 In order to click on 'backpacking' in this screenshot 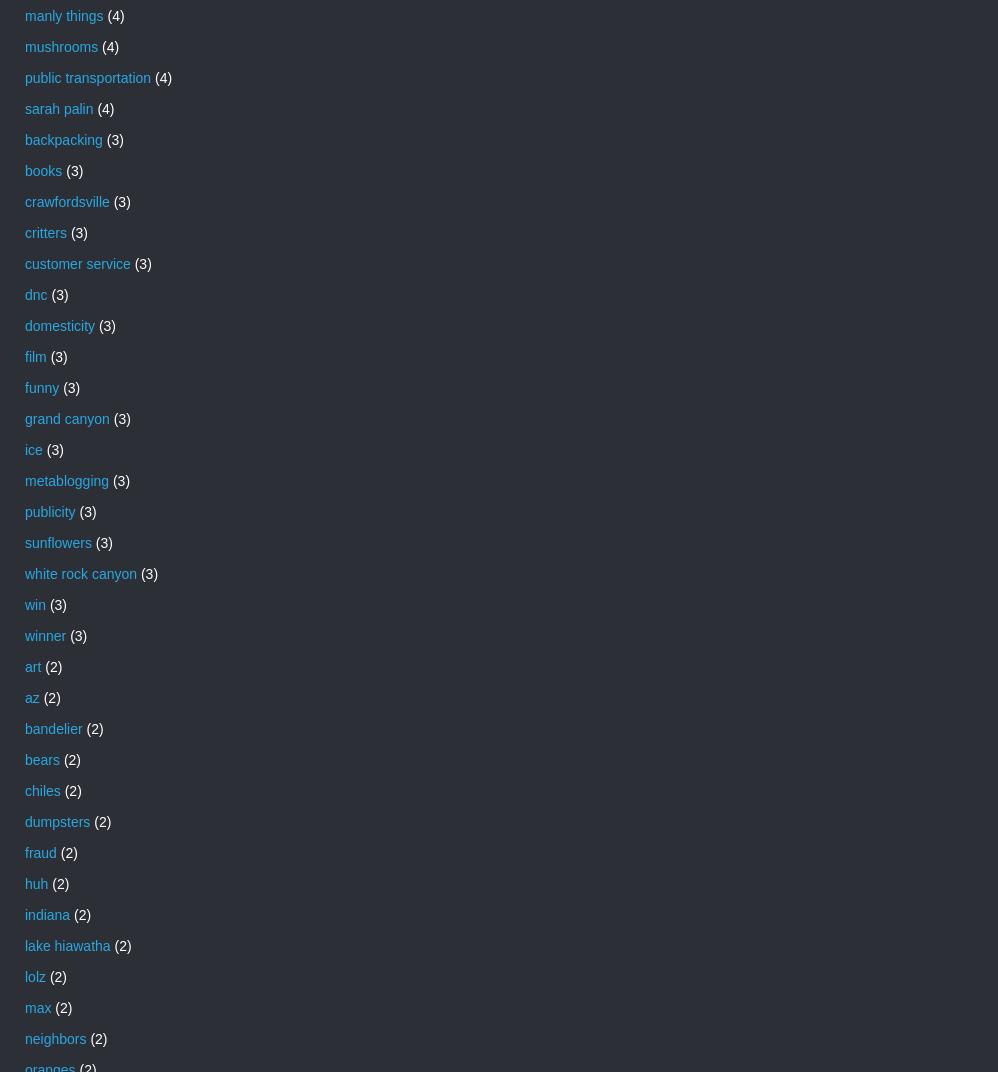, I will do `click(62, 138)`.